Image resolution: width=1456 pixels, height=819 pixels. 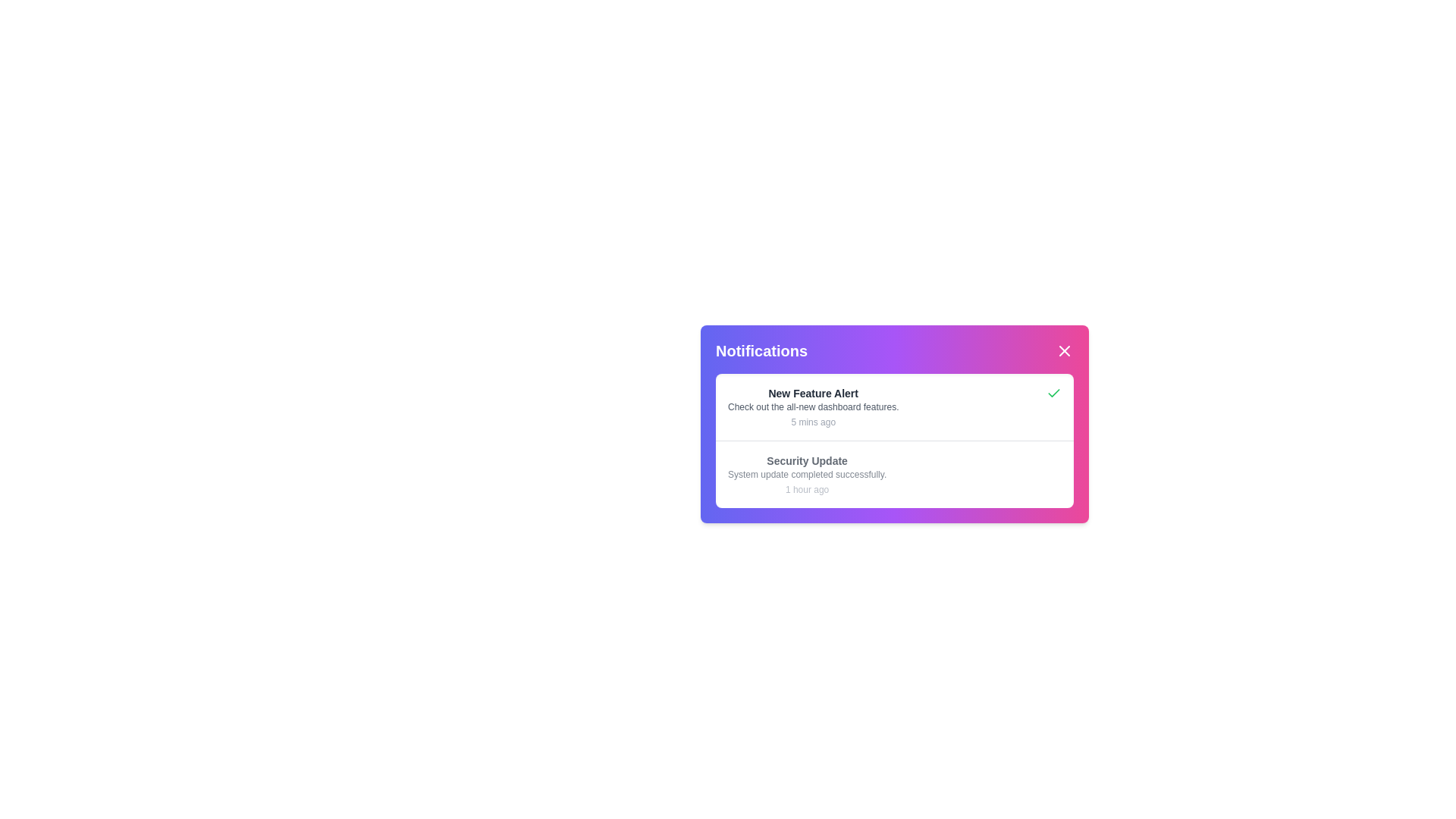 I want to click on the 'New Feature Alert' notification in the Notification Card, which is styled with a gradient background and contains distinct entries for notifications, so click(x=895, y=424).